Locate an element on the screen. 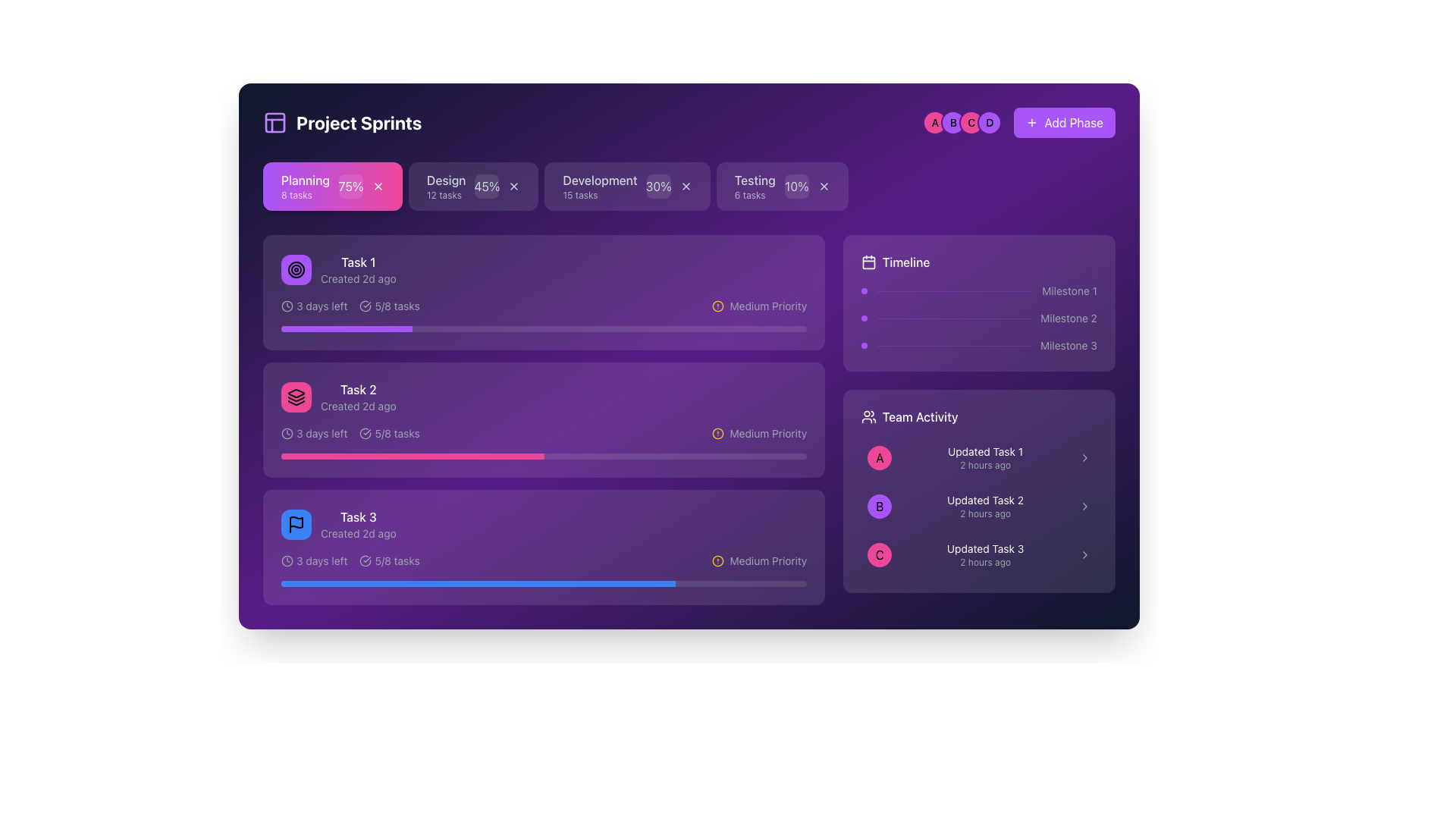 This screenshot has height=819, width=1456. priority level from the 'Medium Priority' text indicator, which is styled in gray and accompanied by an amber-colored icon with an exclamation mark is located at coordinates (759, 433).